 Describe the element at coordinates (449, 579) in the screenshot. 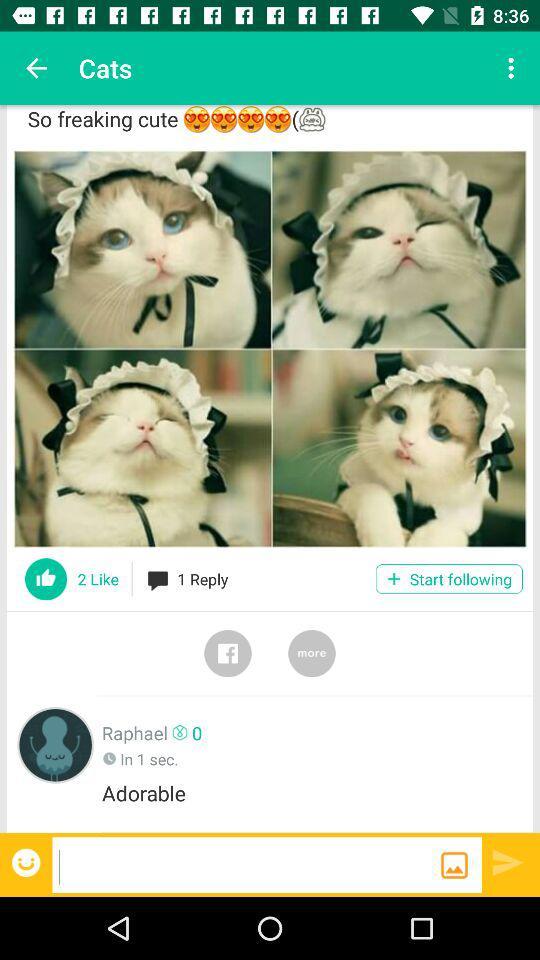

I see `the start following icon` at that location.